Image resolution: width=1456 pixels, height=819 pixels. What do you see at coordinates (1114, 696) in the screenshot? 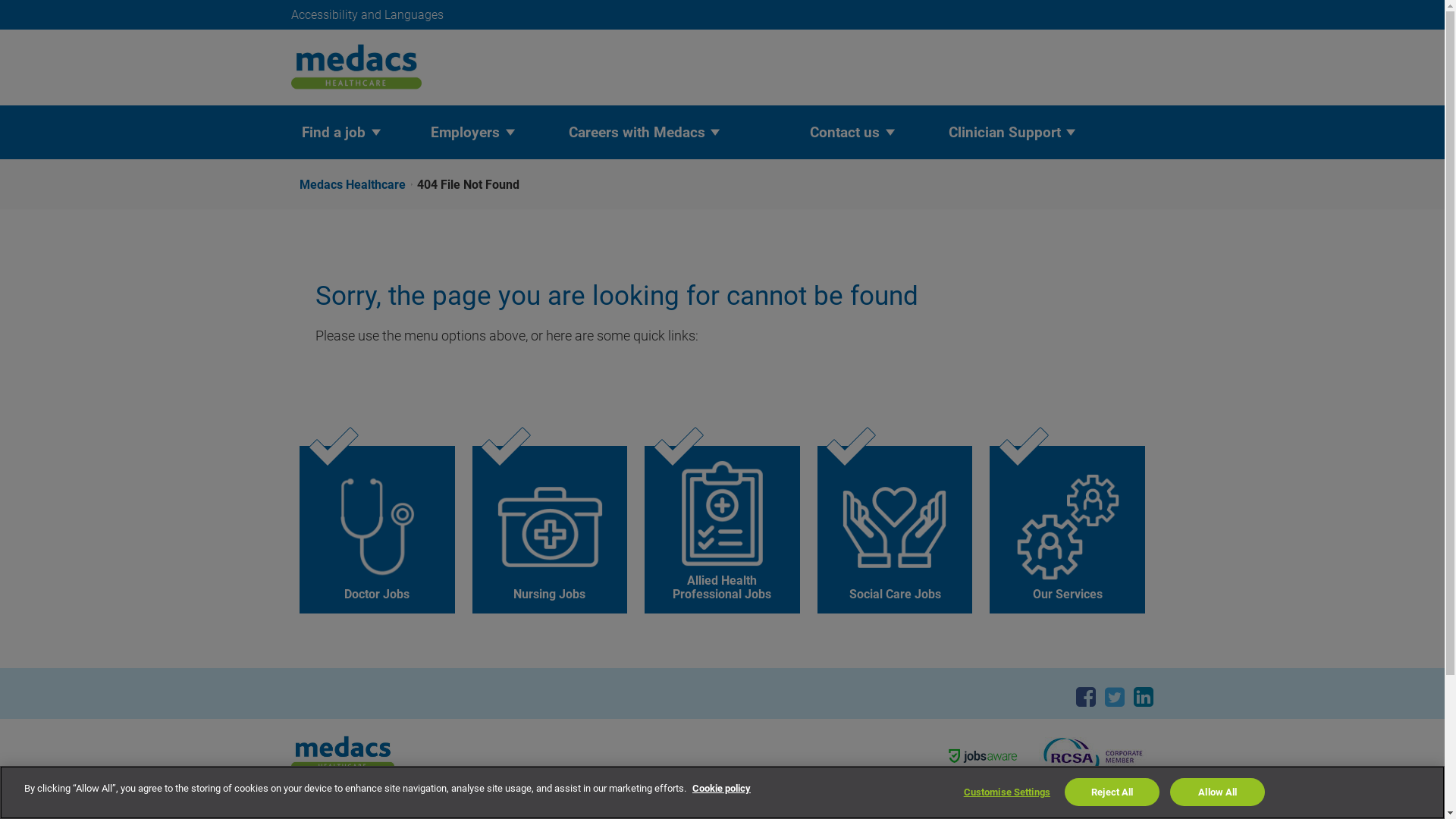
I see `'Twitter'` at bounding box center [1114, 696].